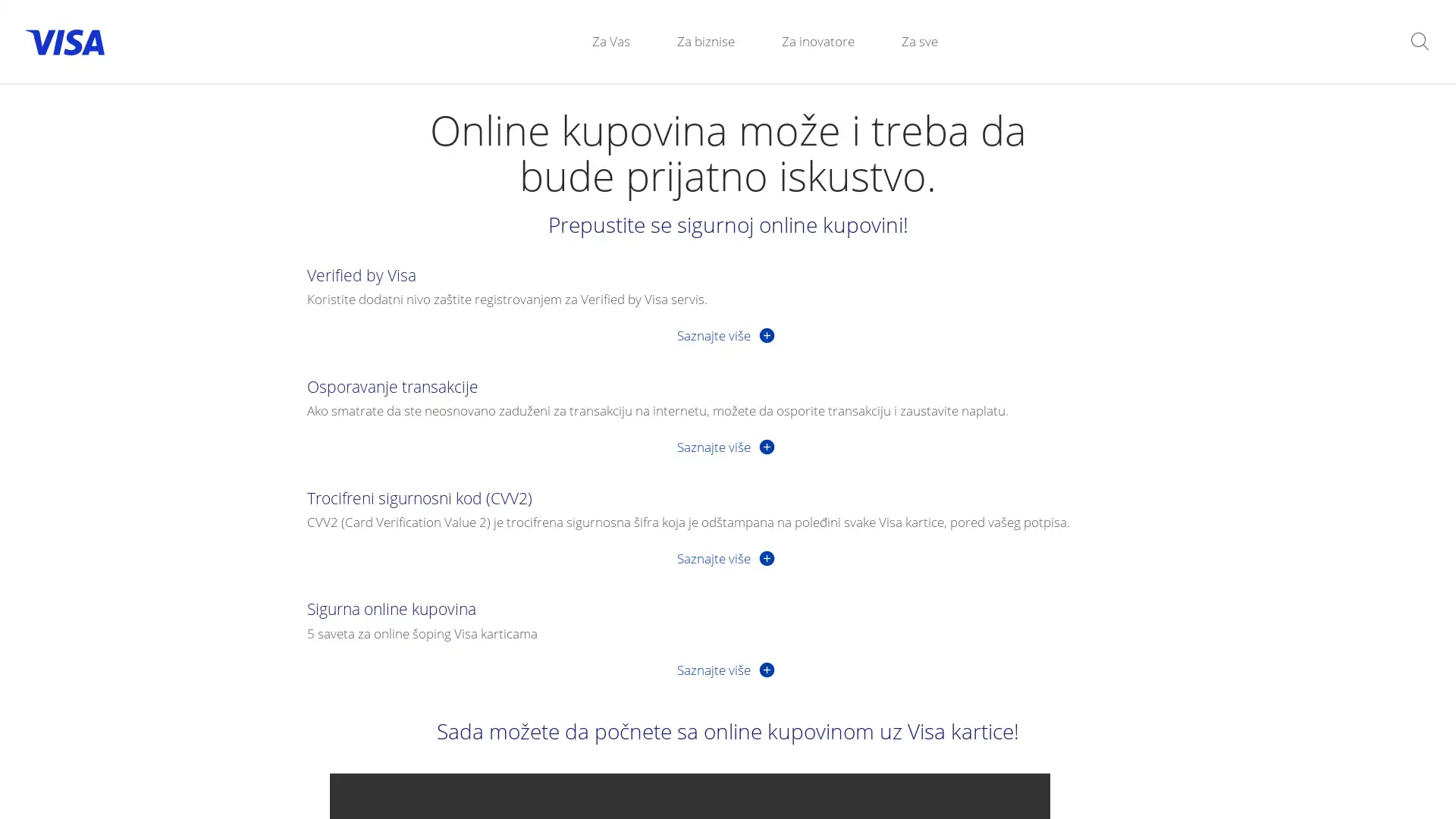 This screenshot has height=819, width=1456. What do you see at coordinates (726, 334) in the screenshot?
I see `Saznajte vise` at bounding box center [726, 334].